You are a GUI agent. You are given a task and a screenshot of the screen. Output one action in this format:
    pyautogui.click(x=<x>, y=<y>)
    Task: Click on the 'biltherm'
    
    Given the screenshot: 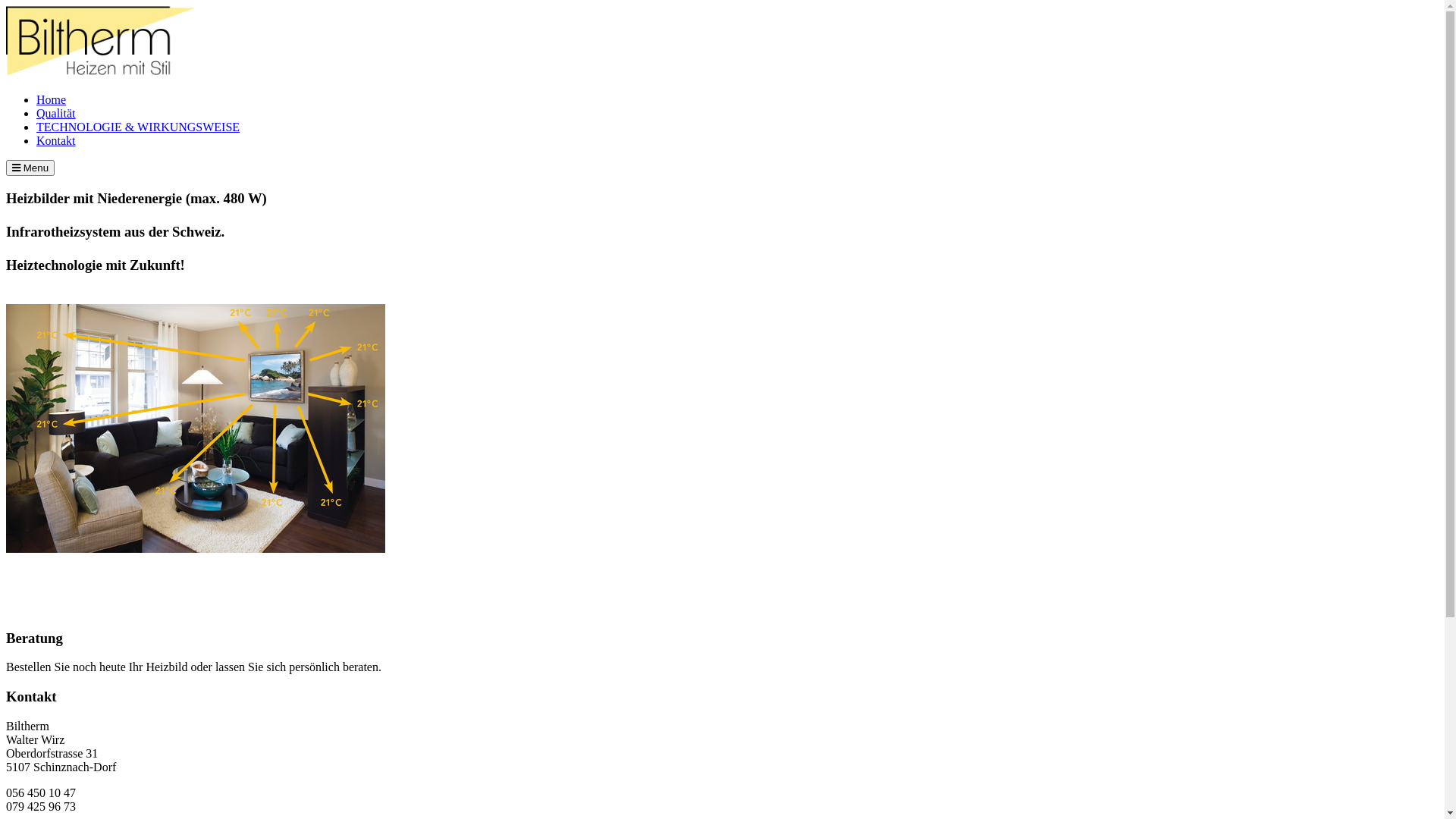 What is the action you would take?
    pyautogui.click(x=100, y=74)
    